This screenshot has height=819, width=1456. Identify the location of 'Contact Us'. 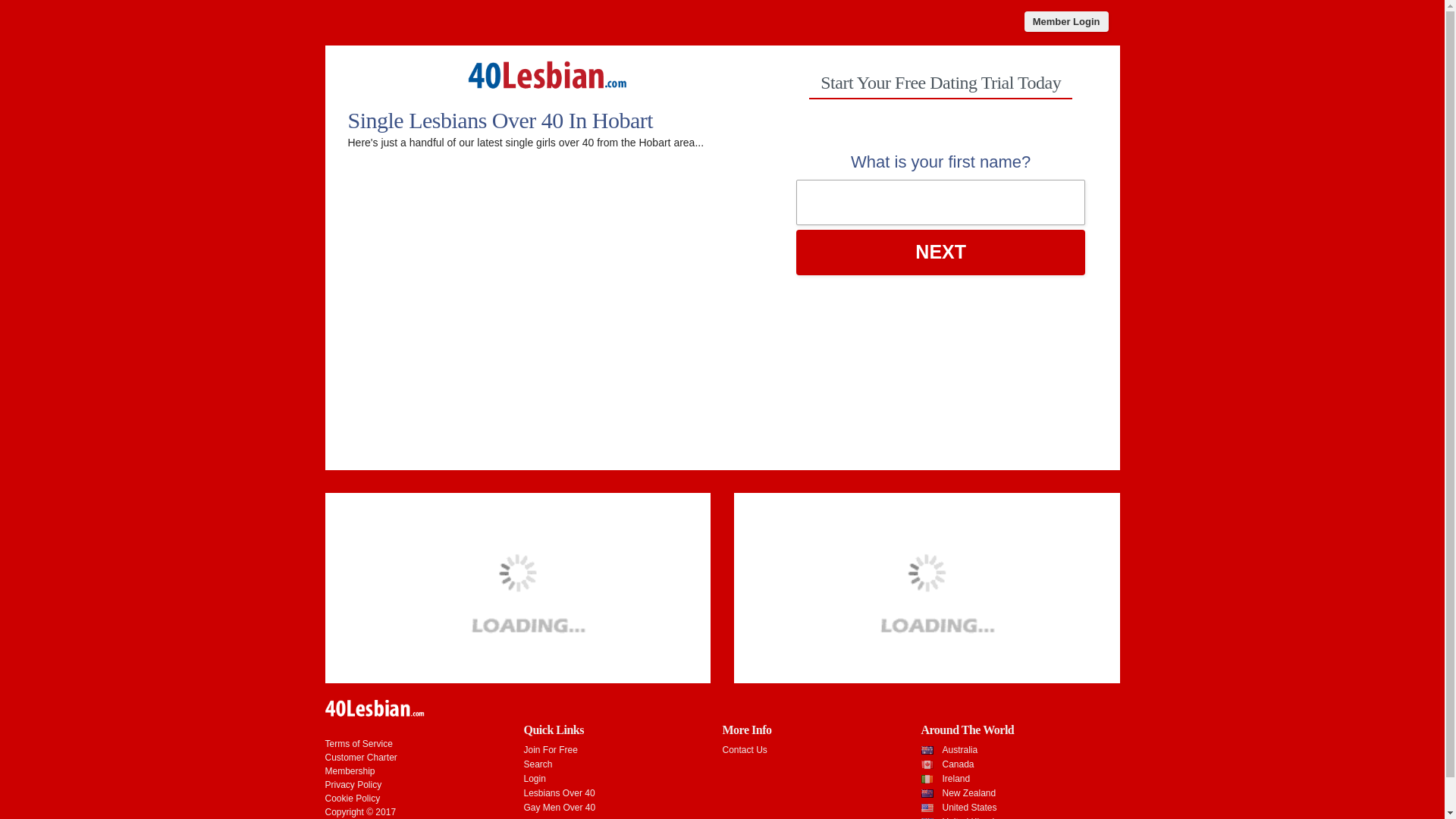
(720, 748).